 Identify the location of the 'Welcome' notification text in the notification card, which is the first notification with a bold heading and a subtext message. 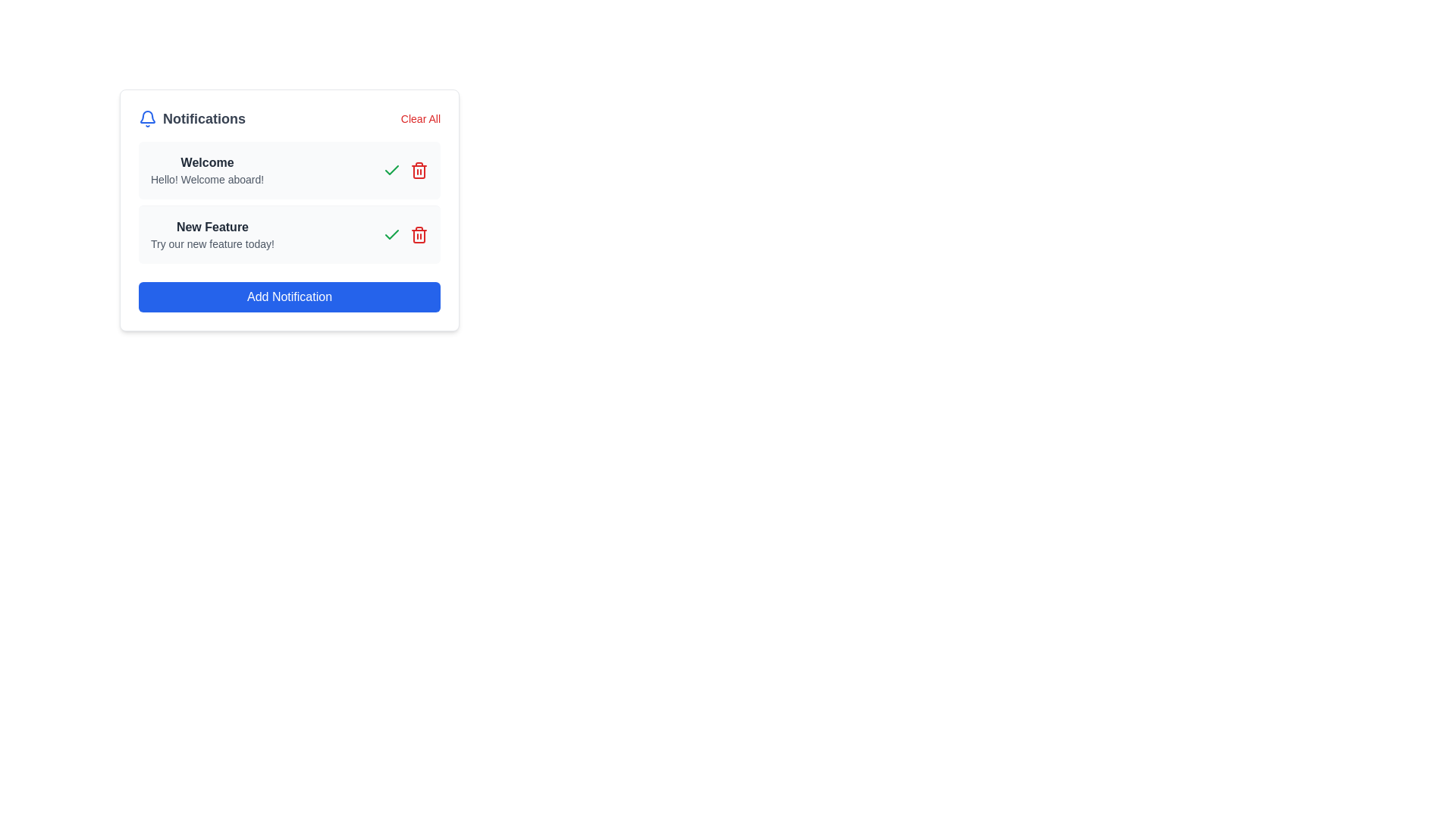
(206, 170).